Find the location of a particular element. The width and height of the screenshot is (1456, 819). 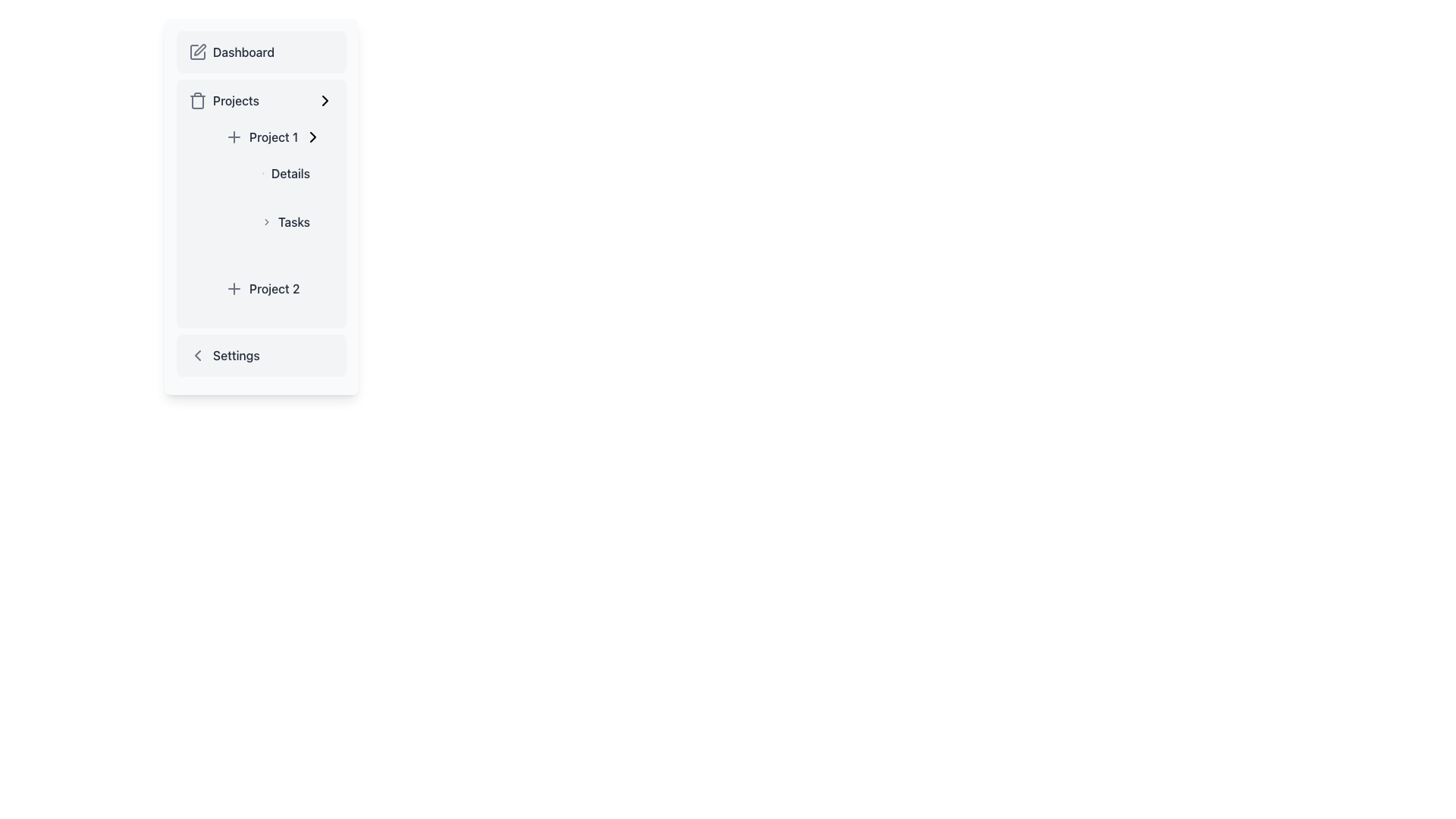

the 'Tasks' menu item in the sidebar, which features a right-pointing chevron icon and gray-colored text is located at coordinates (286, 222).